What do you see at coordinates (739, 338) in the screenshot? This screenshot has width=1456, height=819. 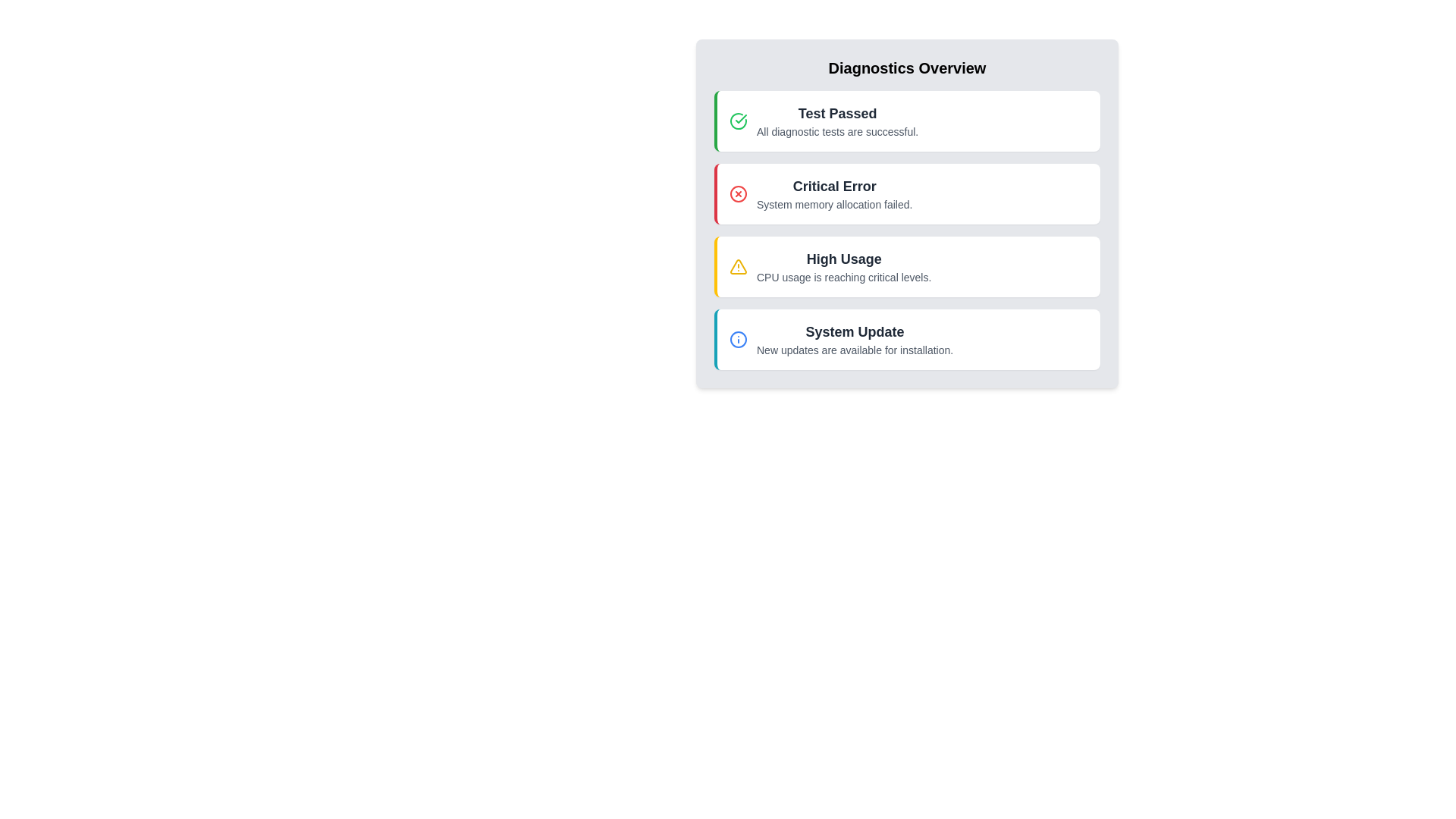 I see `the decorative SVG Circle located at the center of the blue-colored info icon next to the 'System Update' text` at bounding box center [739, 338].